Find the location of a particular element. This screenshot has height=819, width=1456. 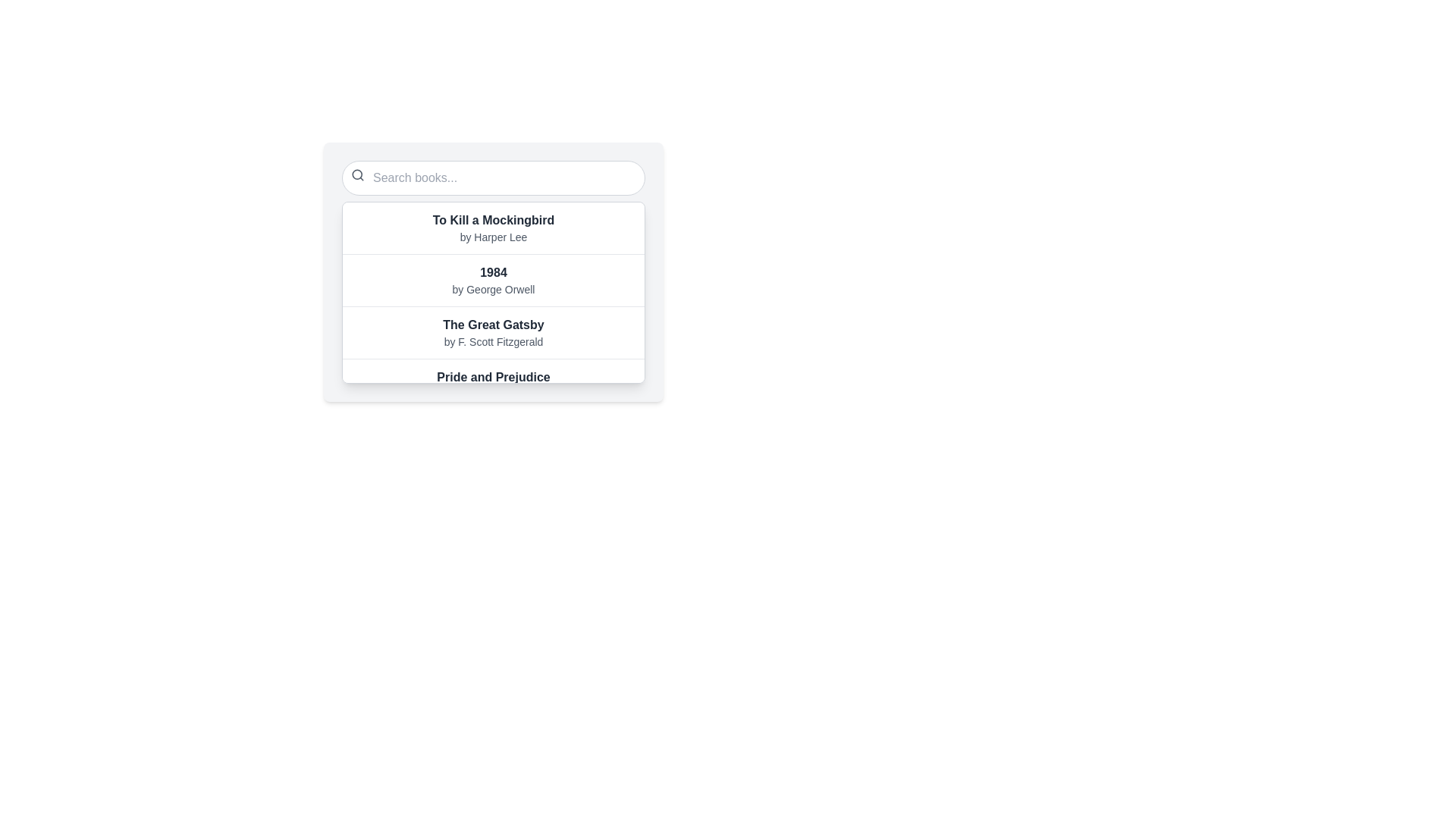

the text label displaying 'by Harper Lee', which is located below the title 'To Kill a Mockingbird' is located at coordinates (494, 237).